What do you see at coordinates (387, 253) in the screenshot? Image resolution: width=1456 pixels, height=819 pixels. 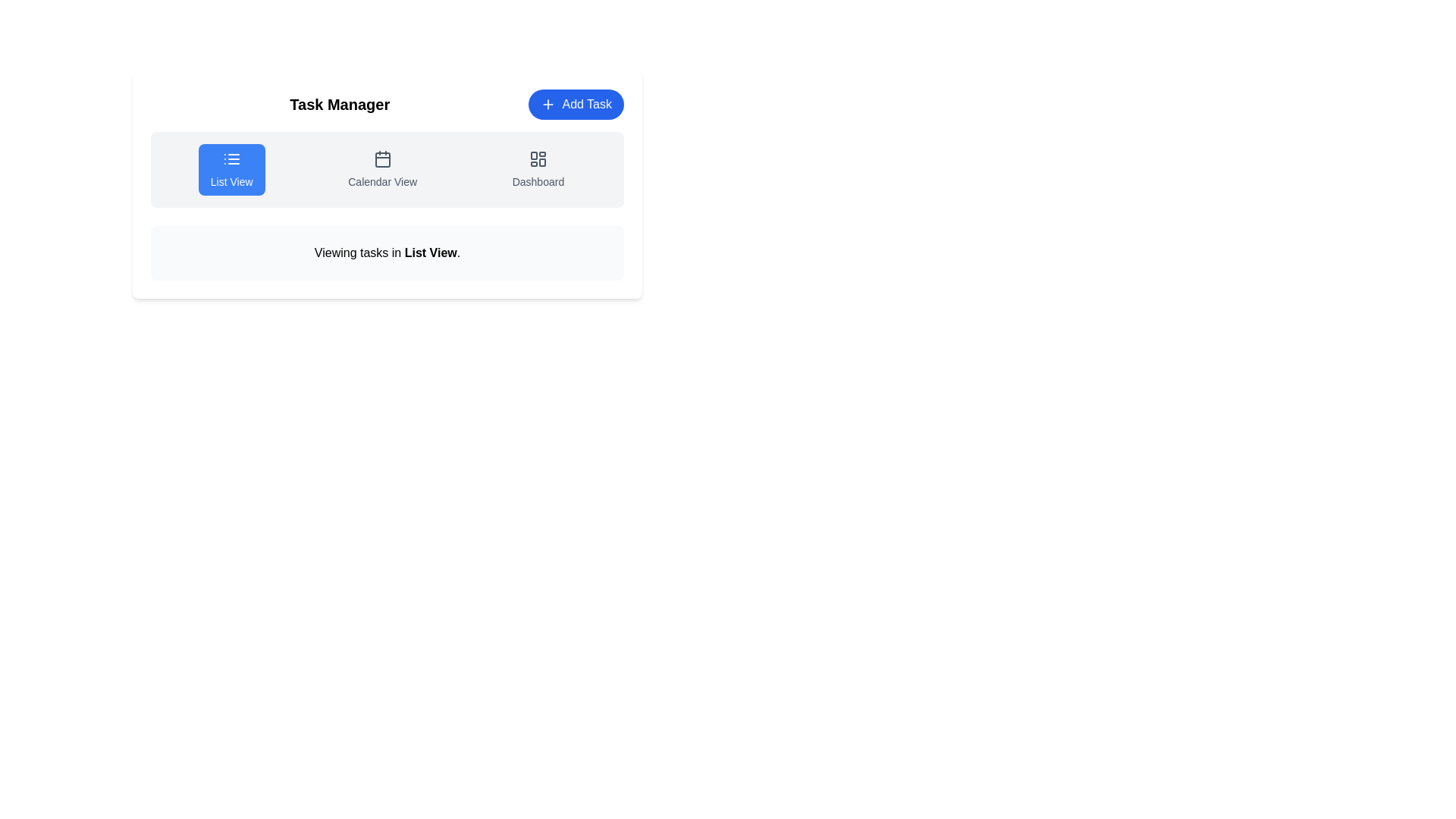 I see `the static text element displaying 'Viewing tasks in List View.' which is centered within a white box below the view buttons` at bounding box center [387, 253].